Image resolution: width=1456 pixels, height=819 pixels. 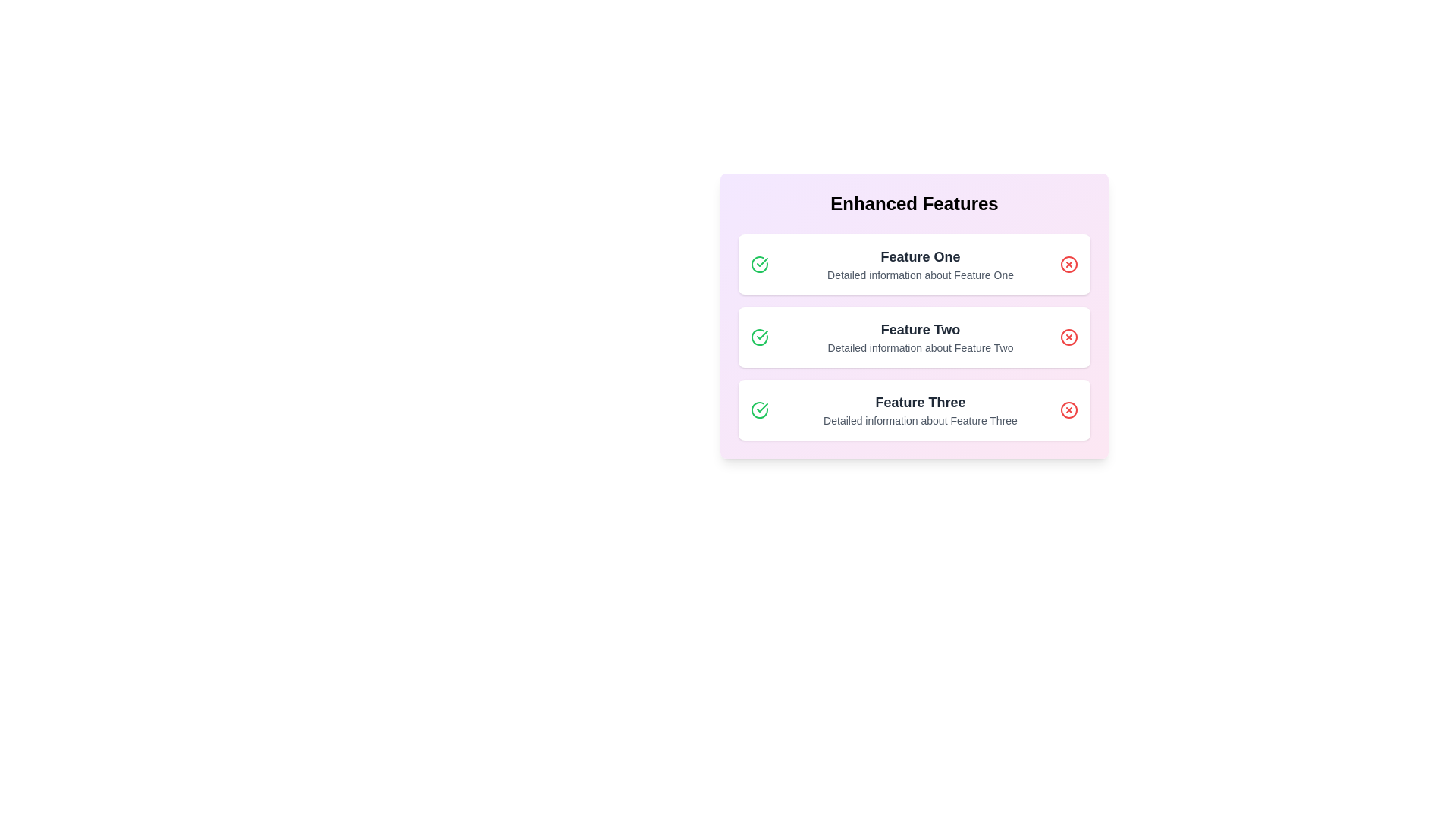 What do you see at coordinates (1068, 263) in the screenshot?
I see `the remove button for the feature identified by Feature One` at bounding box center [1068, 263].